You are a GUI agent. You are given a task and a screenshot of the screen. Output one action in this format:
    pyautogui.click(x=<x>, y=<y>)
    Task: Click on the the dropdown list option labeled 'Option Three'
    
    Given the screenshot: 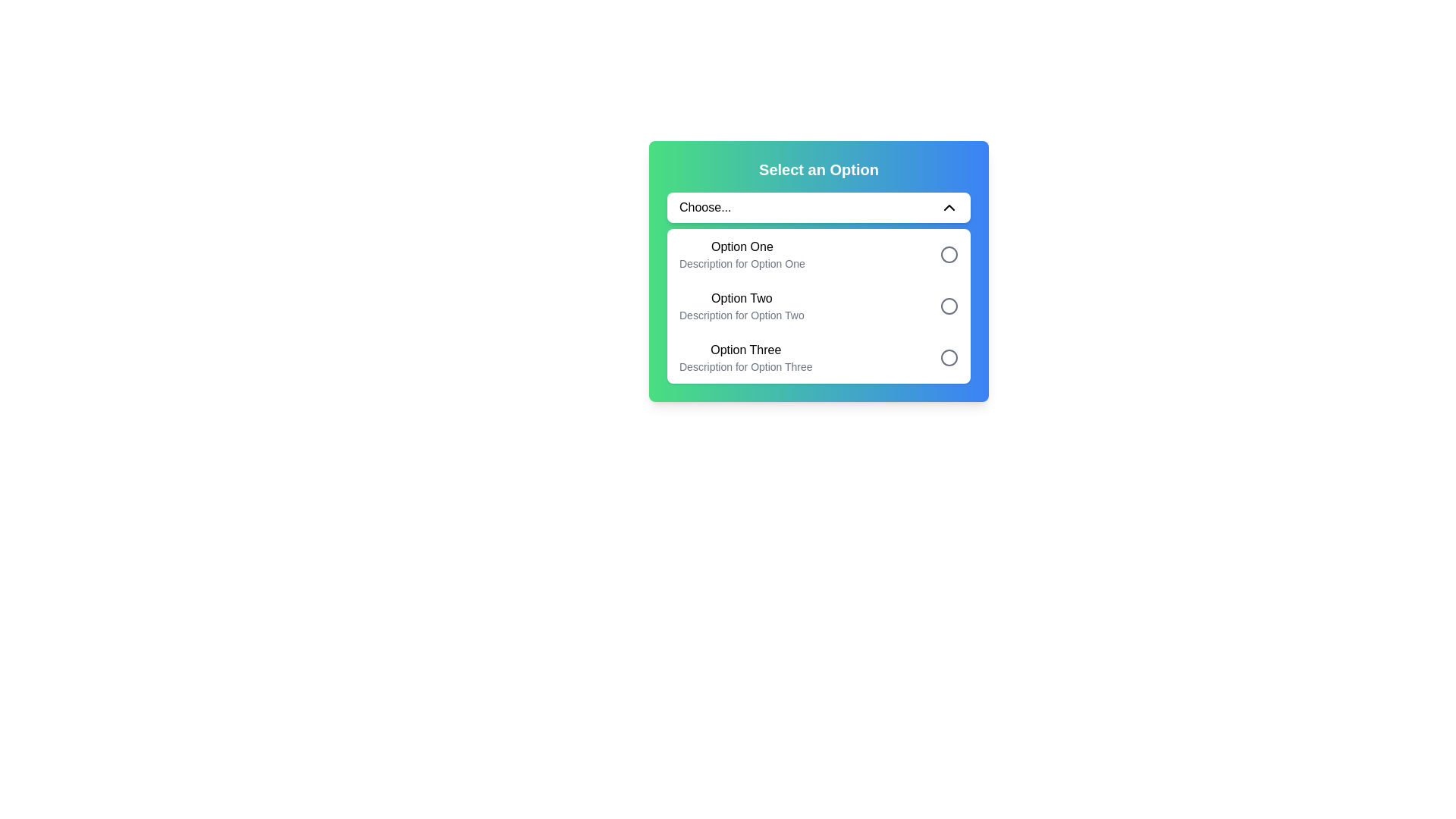 What is the action you would take?
    pyautogui.click(x=745, y=357)
    